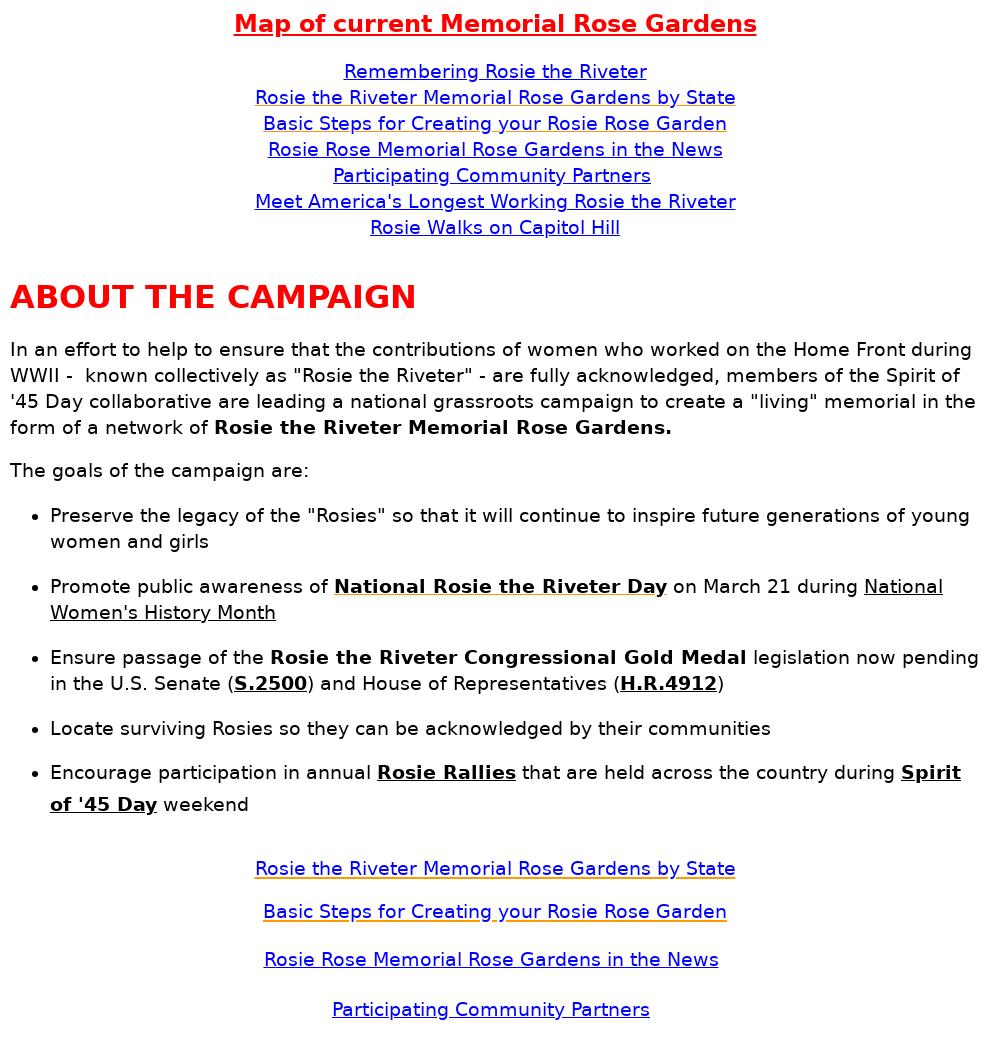 Image resolution: width=990 pixels, height=1043 pixels. What do you see at coordinates (442, 427) in the screenshot?
I see `'Rosie the Riveter Memorial Rose Gardens.'` at bounding box center [442, 427].